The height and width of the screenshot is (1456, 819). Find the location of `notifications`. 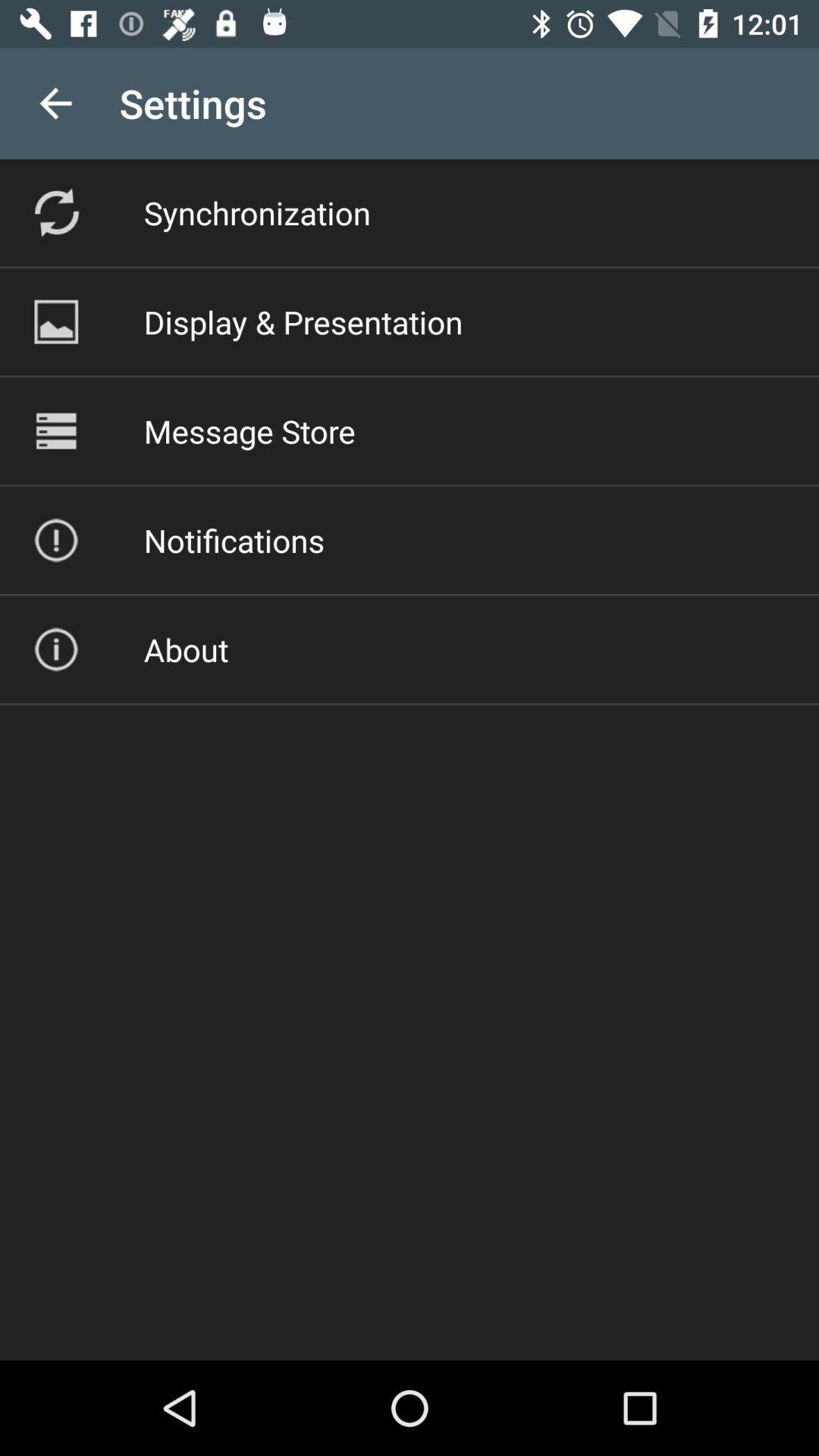

notifications is located at coordinates (234, 540).